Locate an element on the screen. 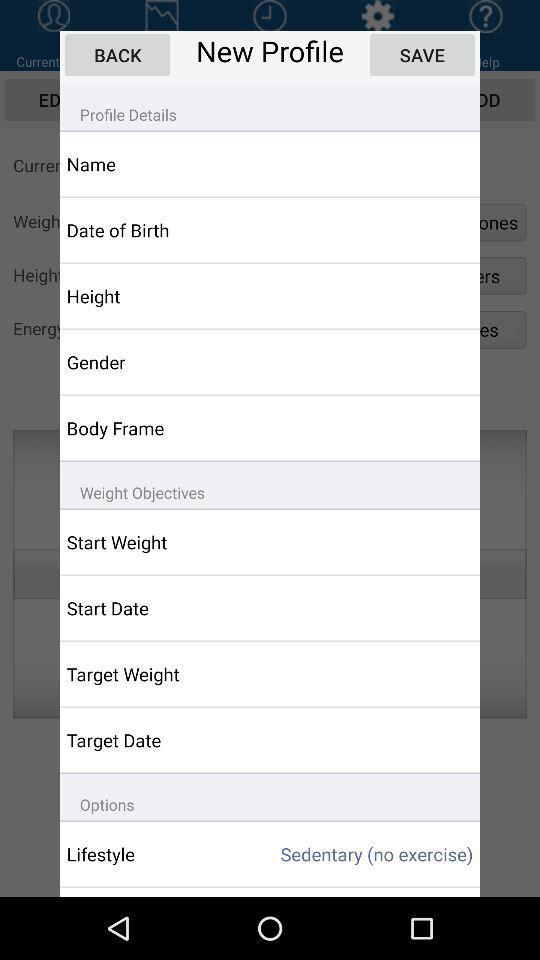 Image resolution: width=540 pixels, height=960 pixels. app below weight objectives icon is located at coordinates (155, 542).